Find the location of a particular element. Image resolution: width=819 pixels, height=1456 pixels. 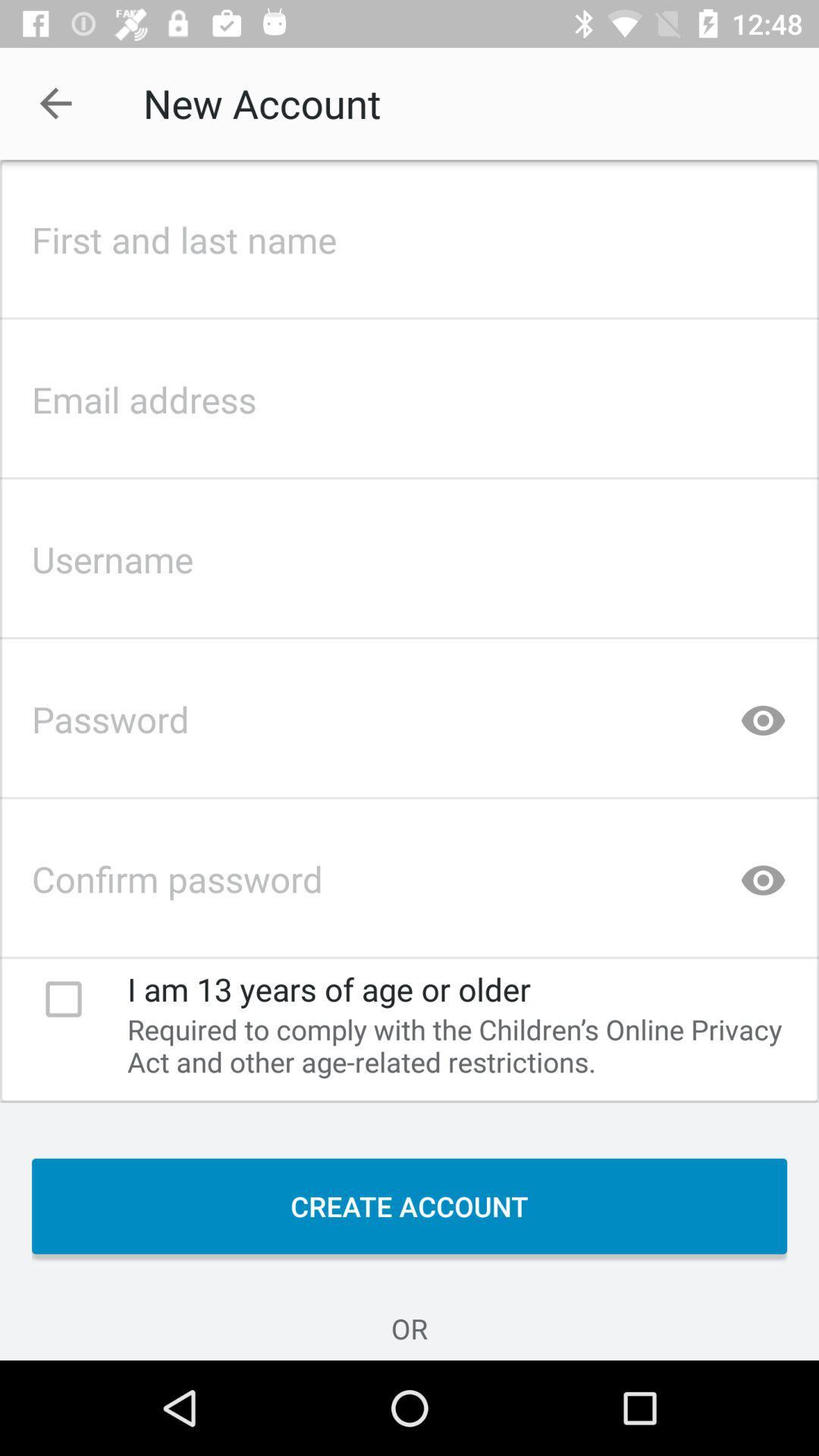

the item above or icon is located at coordinates (409, 1205).